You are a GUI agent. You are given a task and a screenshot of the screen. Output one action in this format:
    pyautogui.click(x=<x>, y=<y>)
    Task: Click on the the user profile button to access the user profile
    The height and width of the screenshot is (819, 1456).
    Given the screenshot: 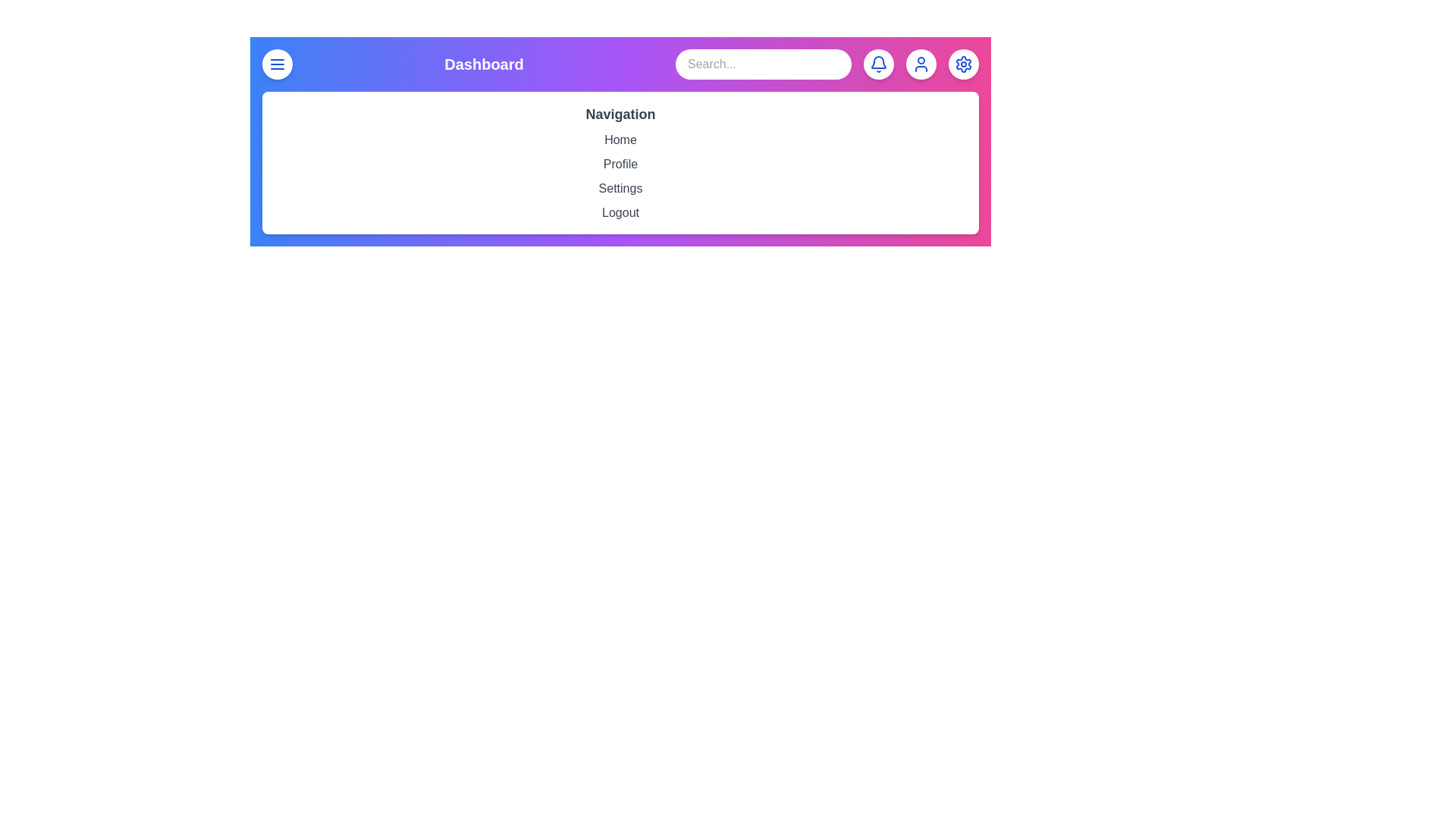 What is the action you would take?
    pyautogui.click(x=920, y=63)
    